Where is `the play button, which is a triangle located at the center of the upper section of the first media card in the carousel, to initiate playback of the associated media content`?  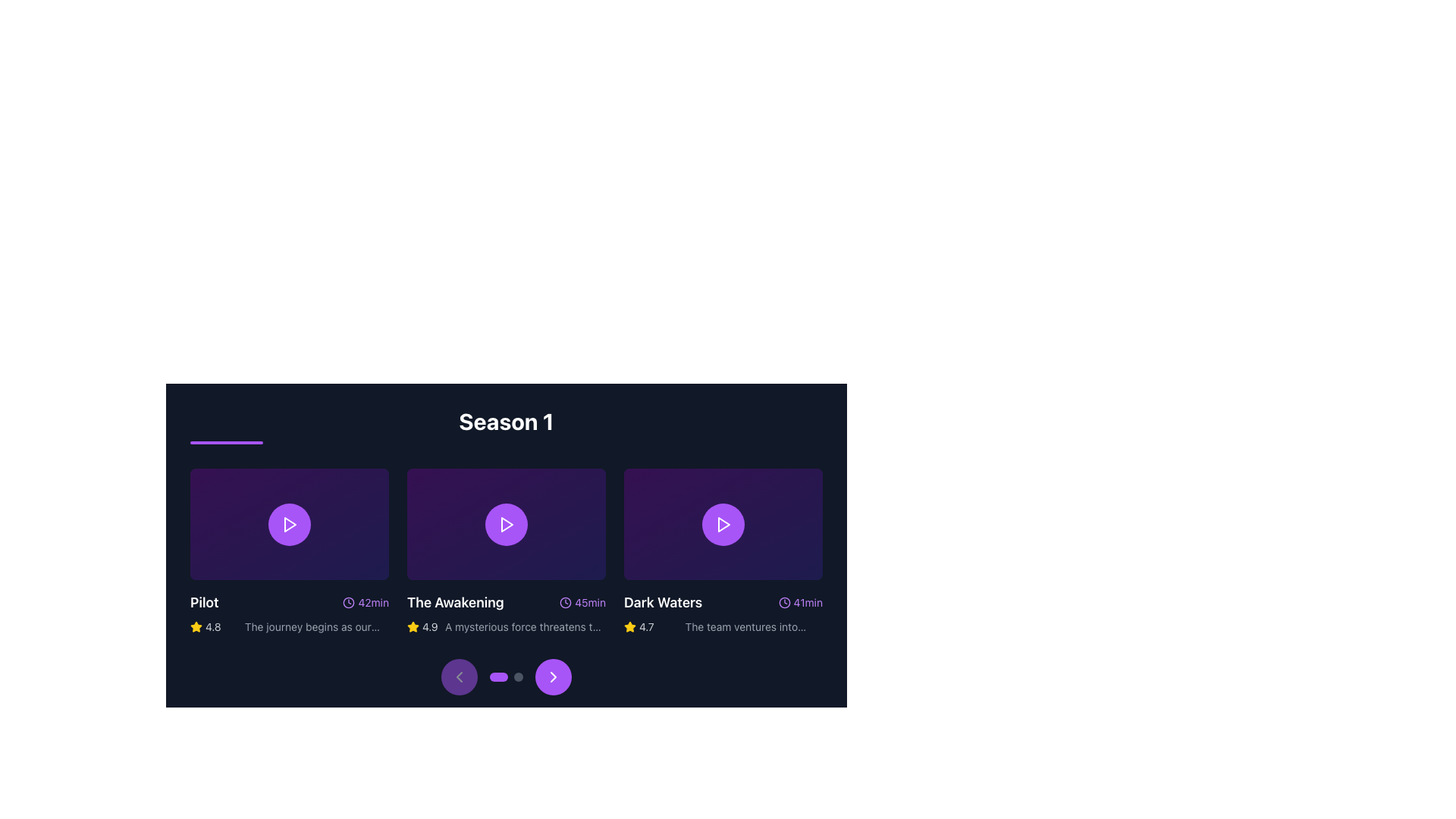 the play button, which is a triangle located at the center of the upper section of the first media card in the carousel, to initiate playback of the associated media content is located at coordinates (290, 522).